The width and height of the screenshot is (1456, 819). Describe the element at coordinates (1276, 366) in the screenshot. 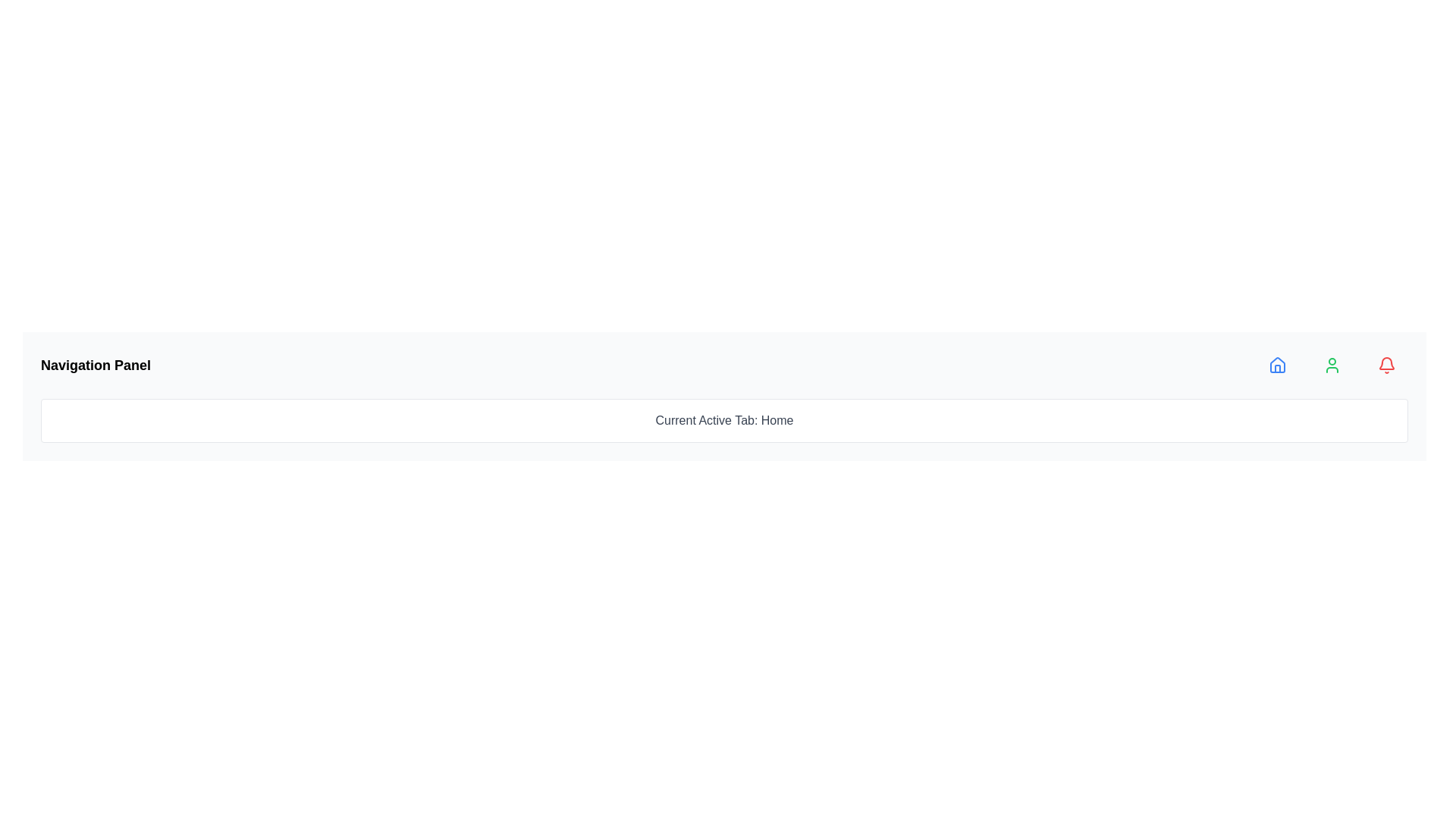

I see `the blue house icon located` at that location.